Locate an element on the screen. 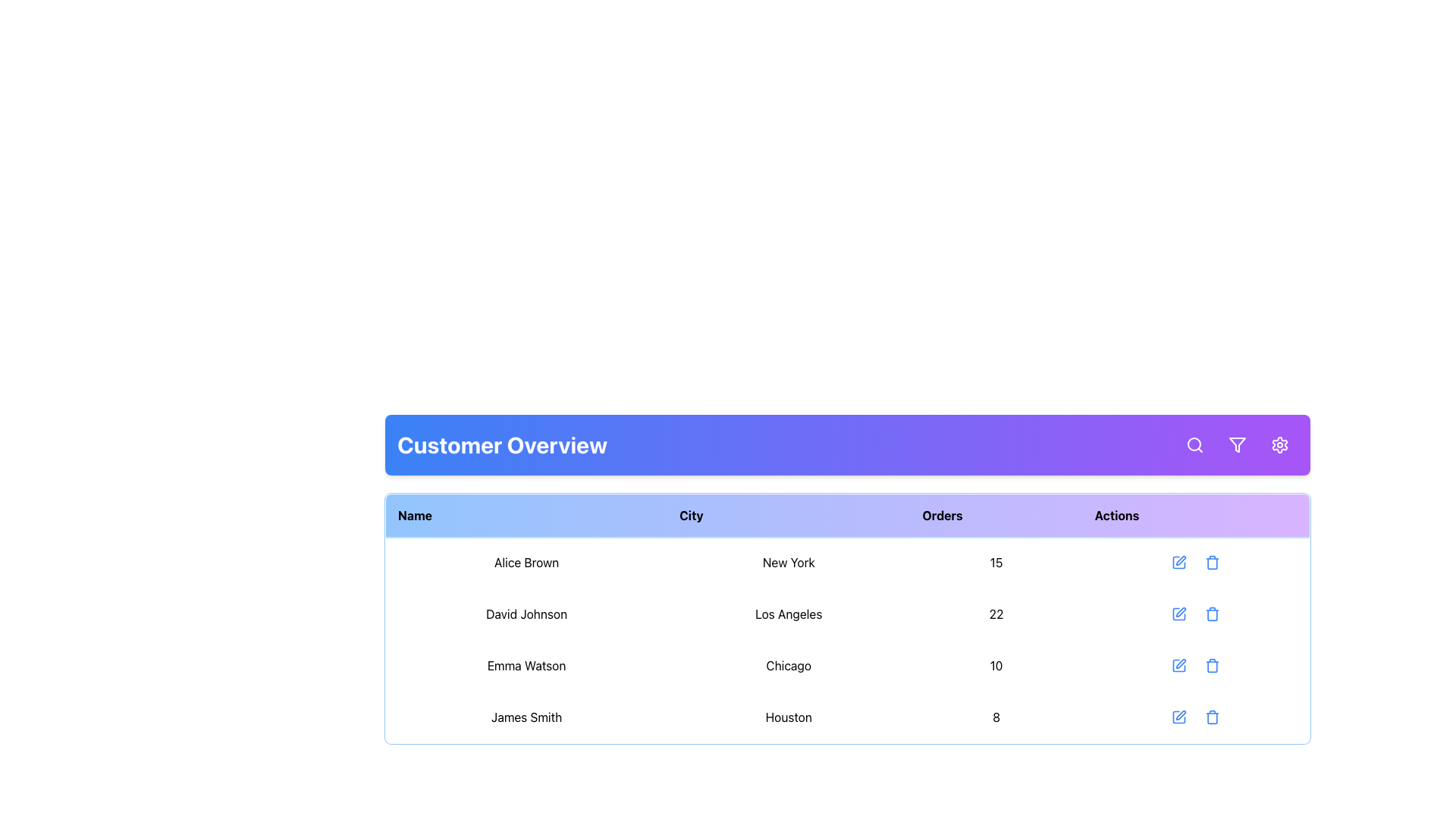 Image resolution: width=1456 pixels, height=819 pixels. the central filter button located between the search icon and settings icon in the top-right corner is located at coordinates (1238, 444).